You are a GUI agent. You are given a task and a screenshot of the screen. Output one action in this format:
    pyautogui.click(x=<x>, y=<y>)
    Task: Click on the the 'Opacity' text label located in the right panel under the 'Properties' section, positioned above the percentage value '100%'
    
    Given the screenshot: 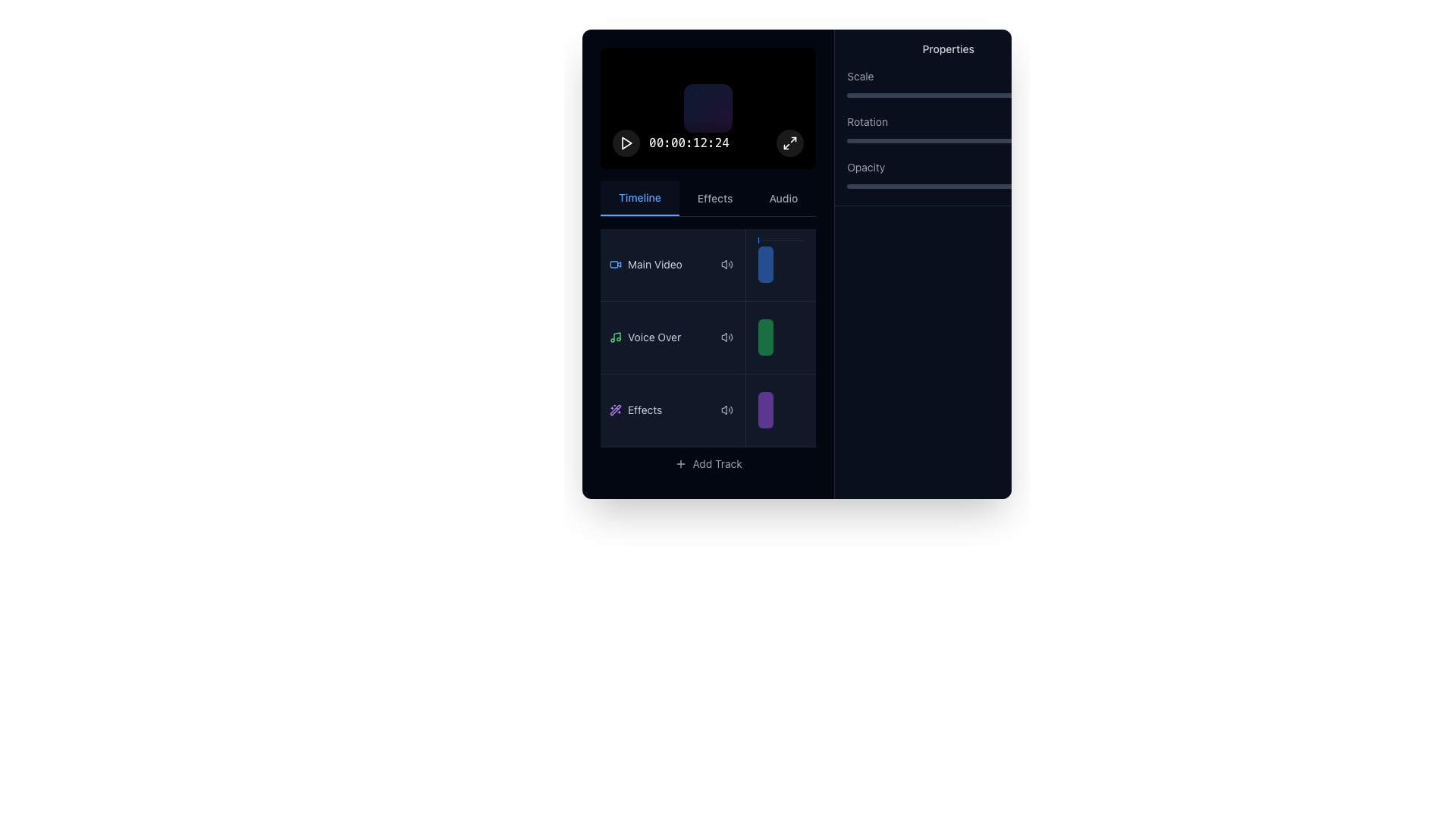 What is the action you would take?
    pyautogui.click(x=866, y=167)
    